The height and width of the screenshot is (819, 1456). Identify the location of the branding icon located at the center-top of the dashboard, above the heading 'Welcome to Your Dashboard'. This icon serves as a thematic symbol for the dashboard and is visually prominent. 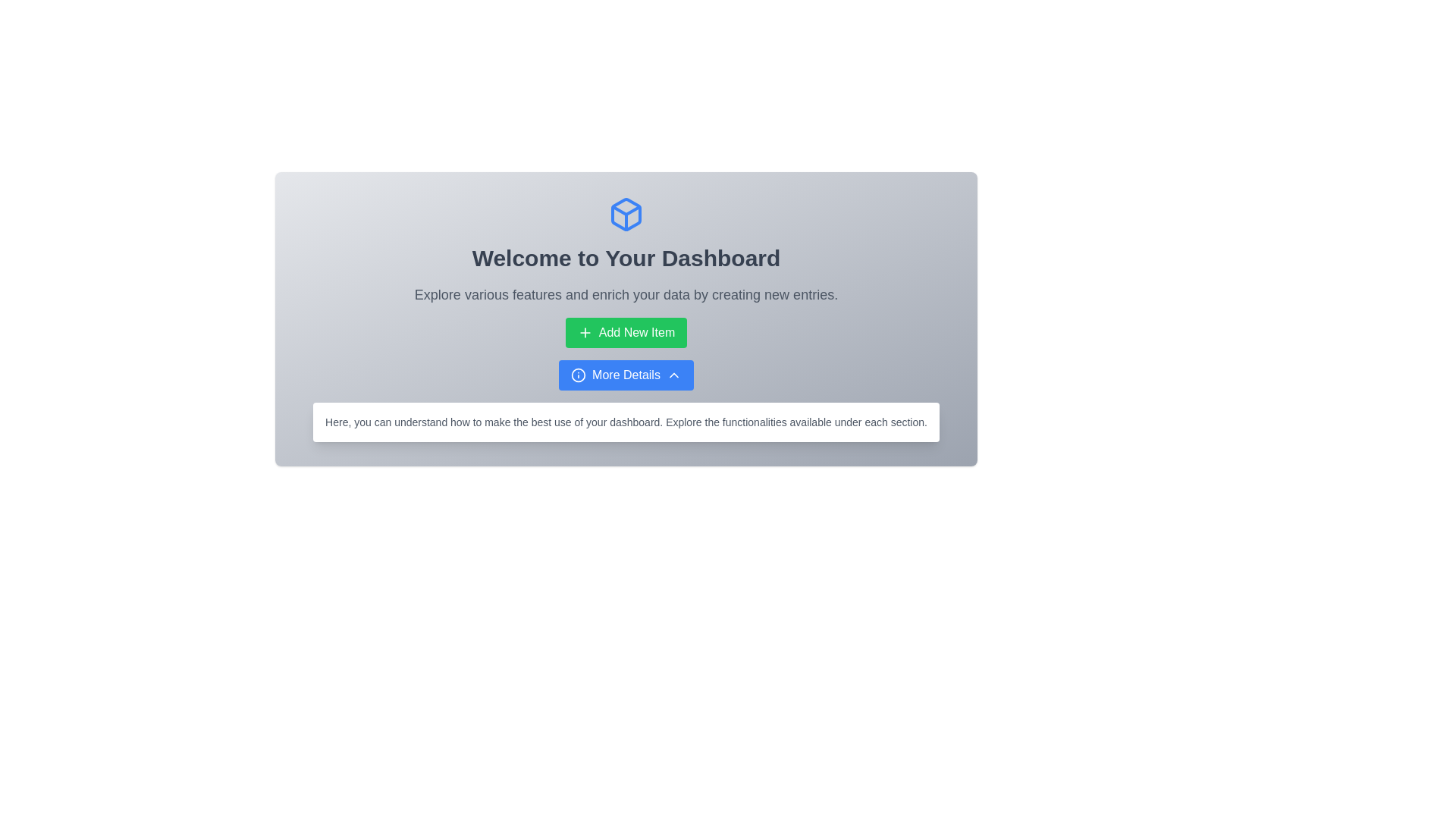
(626, 214).